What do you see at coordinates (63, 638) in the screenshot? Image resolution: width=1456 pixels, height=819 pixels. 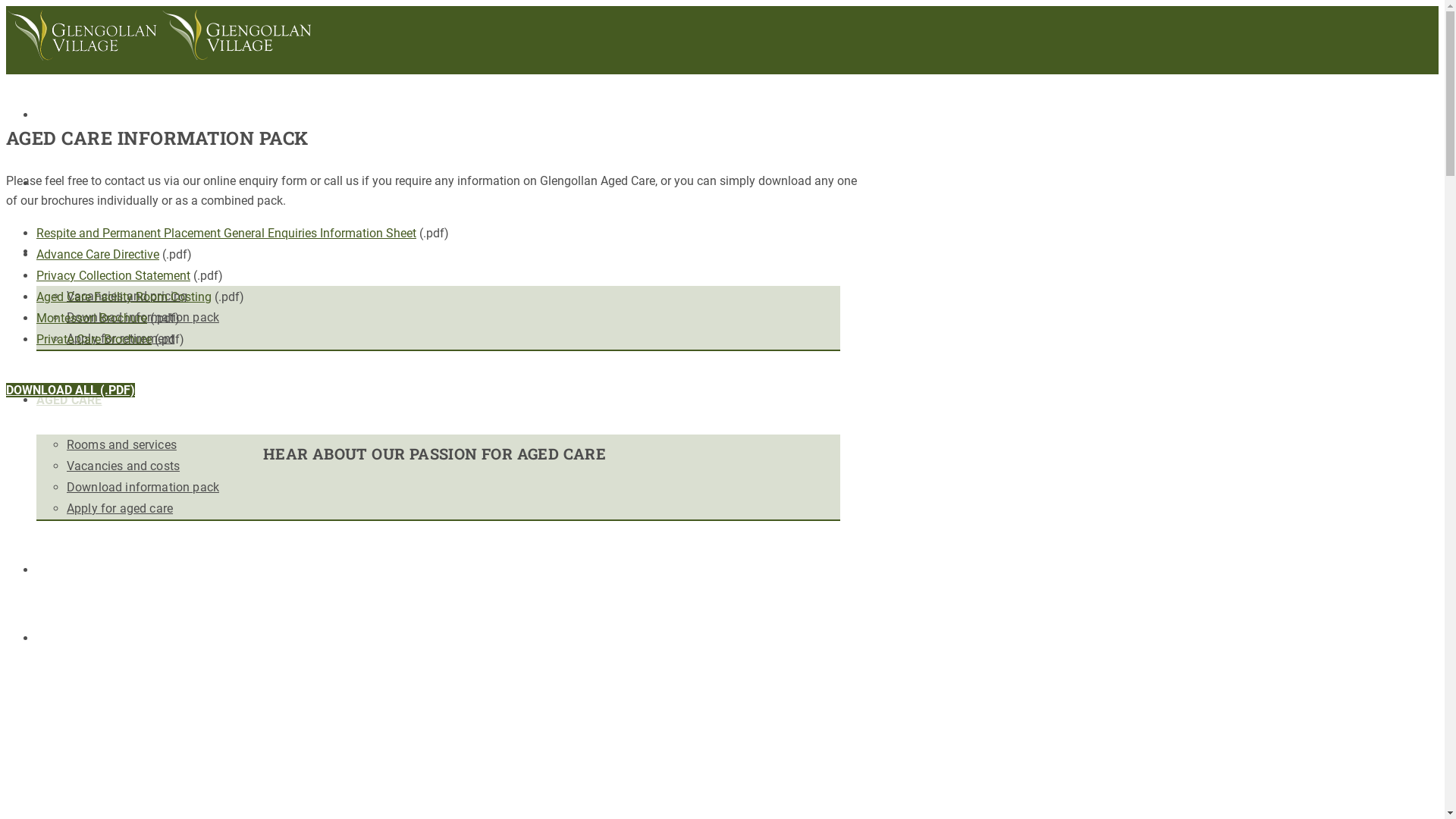 I see `'CONTACT'` at bounding box center [63, 638].